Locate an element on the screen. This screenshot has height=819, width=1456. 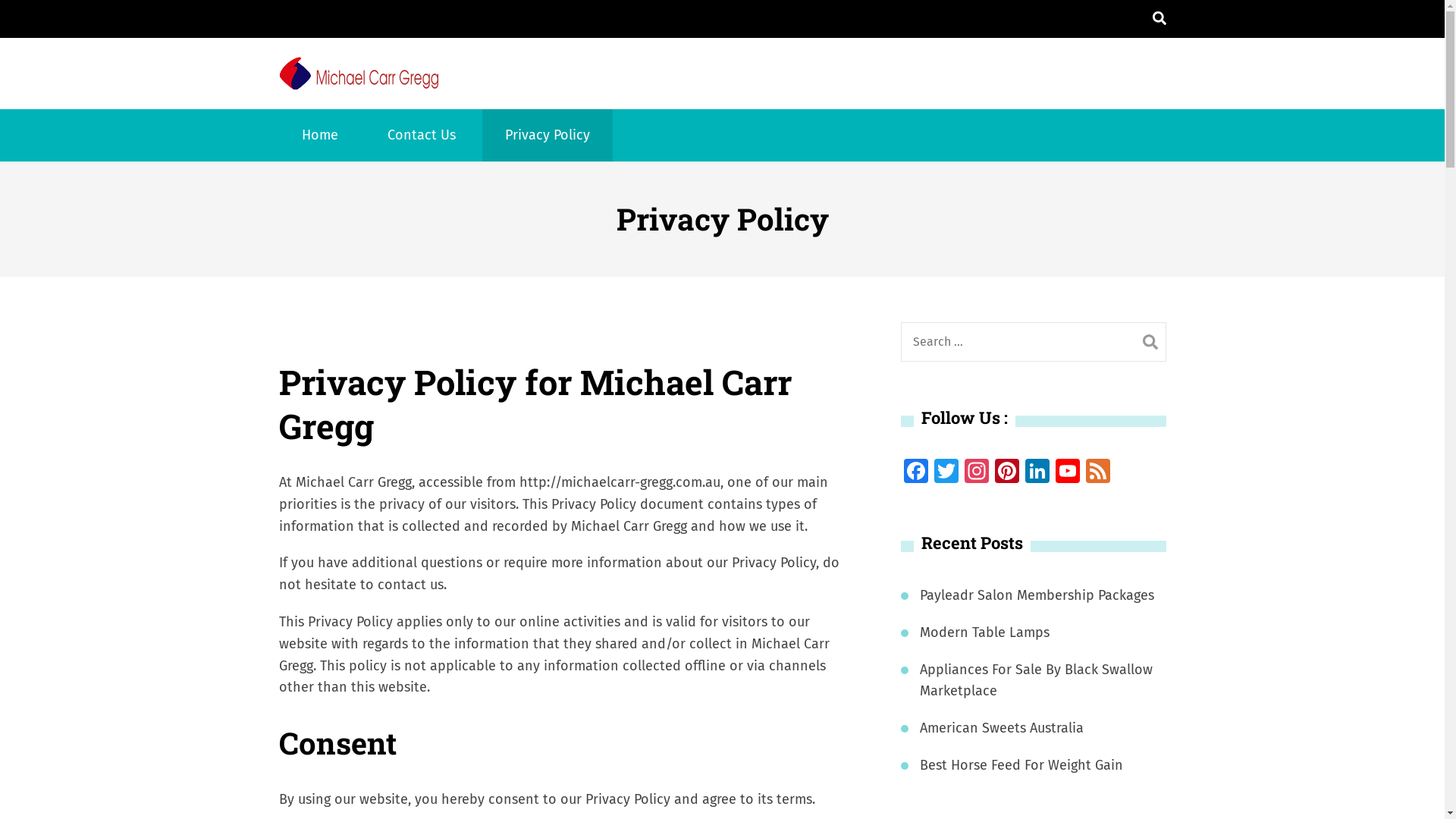
'Feed' is located at coordinates (1098, 472).